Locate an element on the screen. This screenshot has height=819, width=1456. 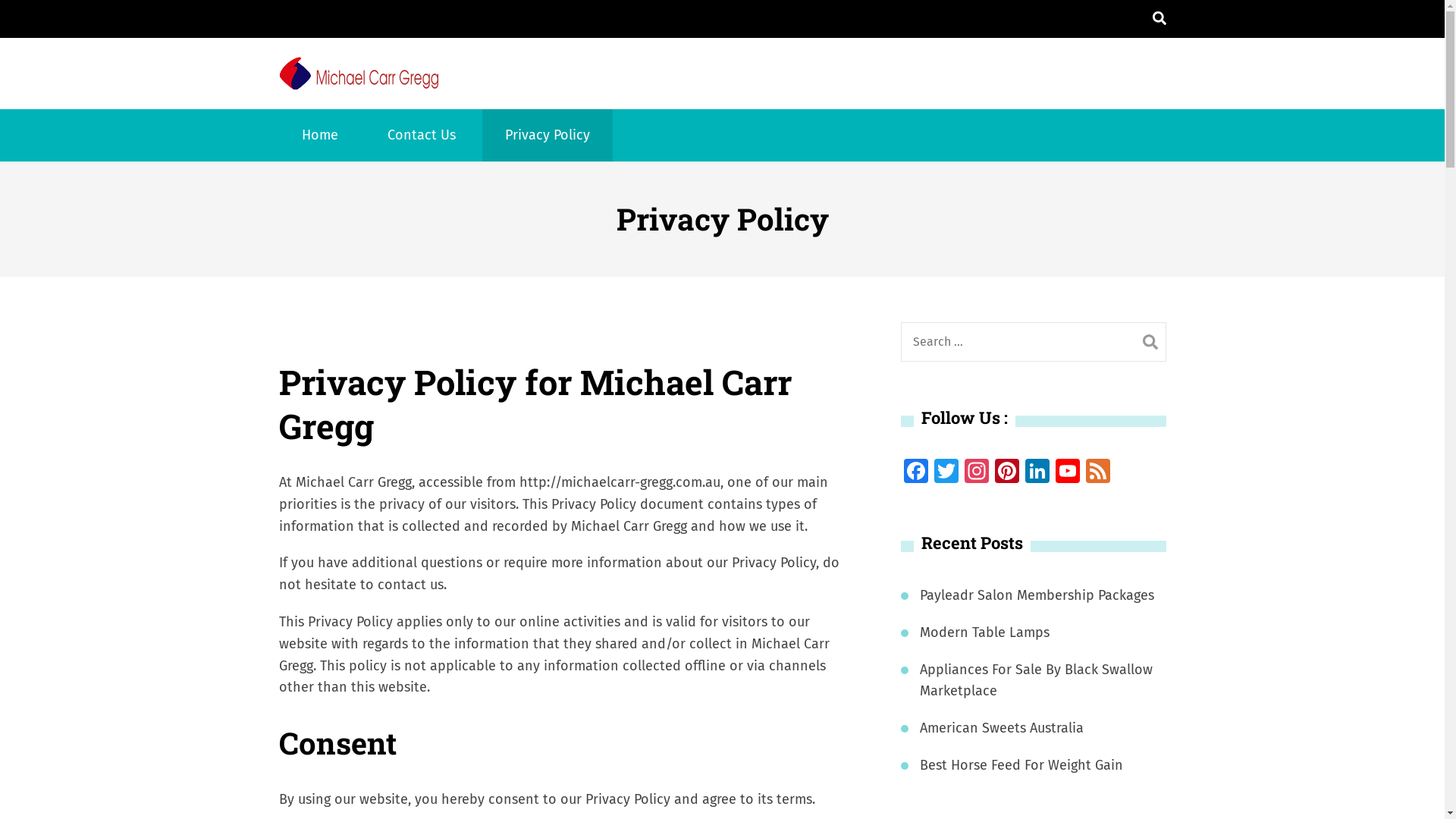
'Feed' is located at coordinates (1098, 472).